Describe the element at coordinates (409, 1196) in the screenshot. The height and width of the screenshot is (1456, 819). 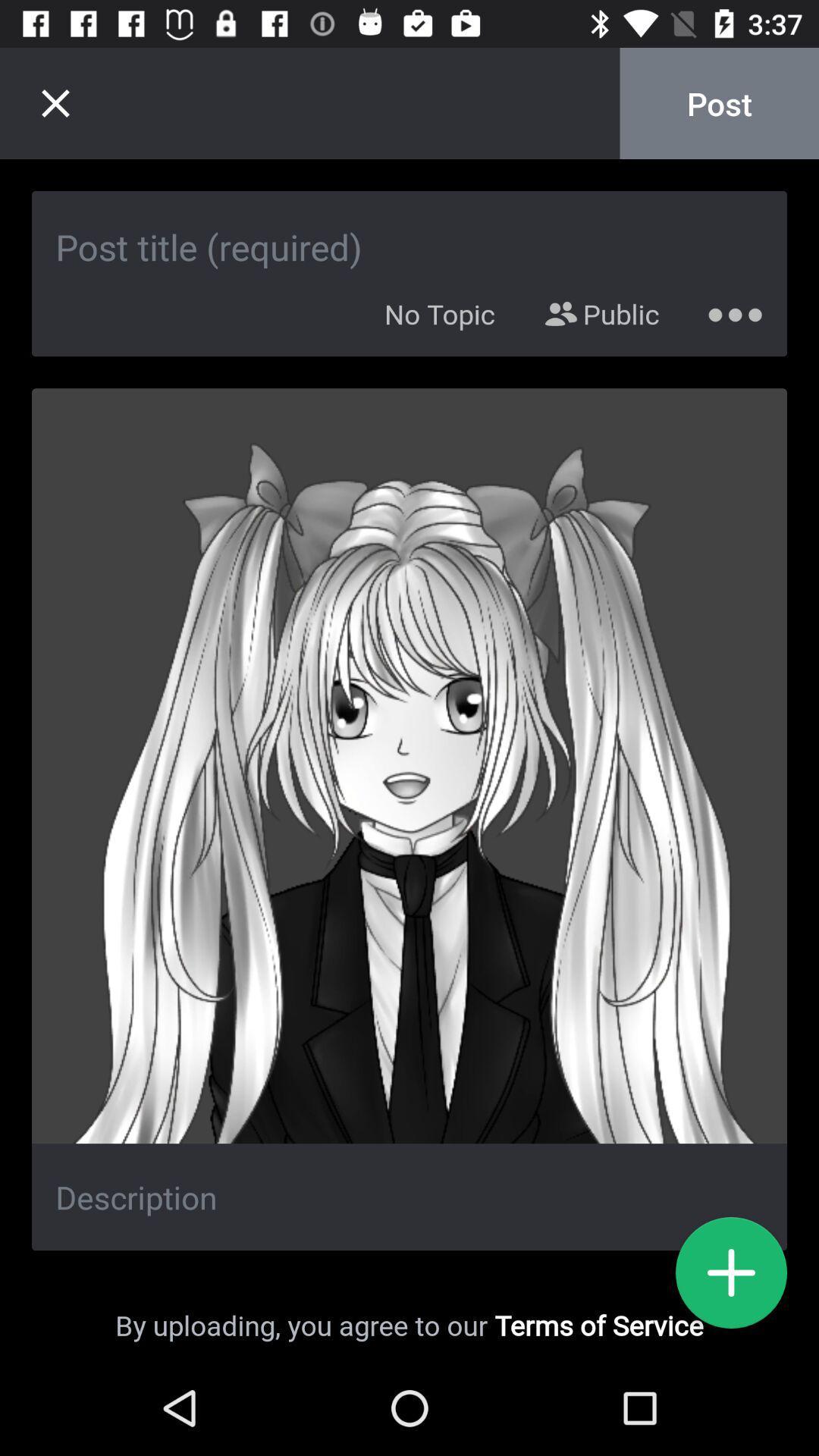
I see `description box` at that location.